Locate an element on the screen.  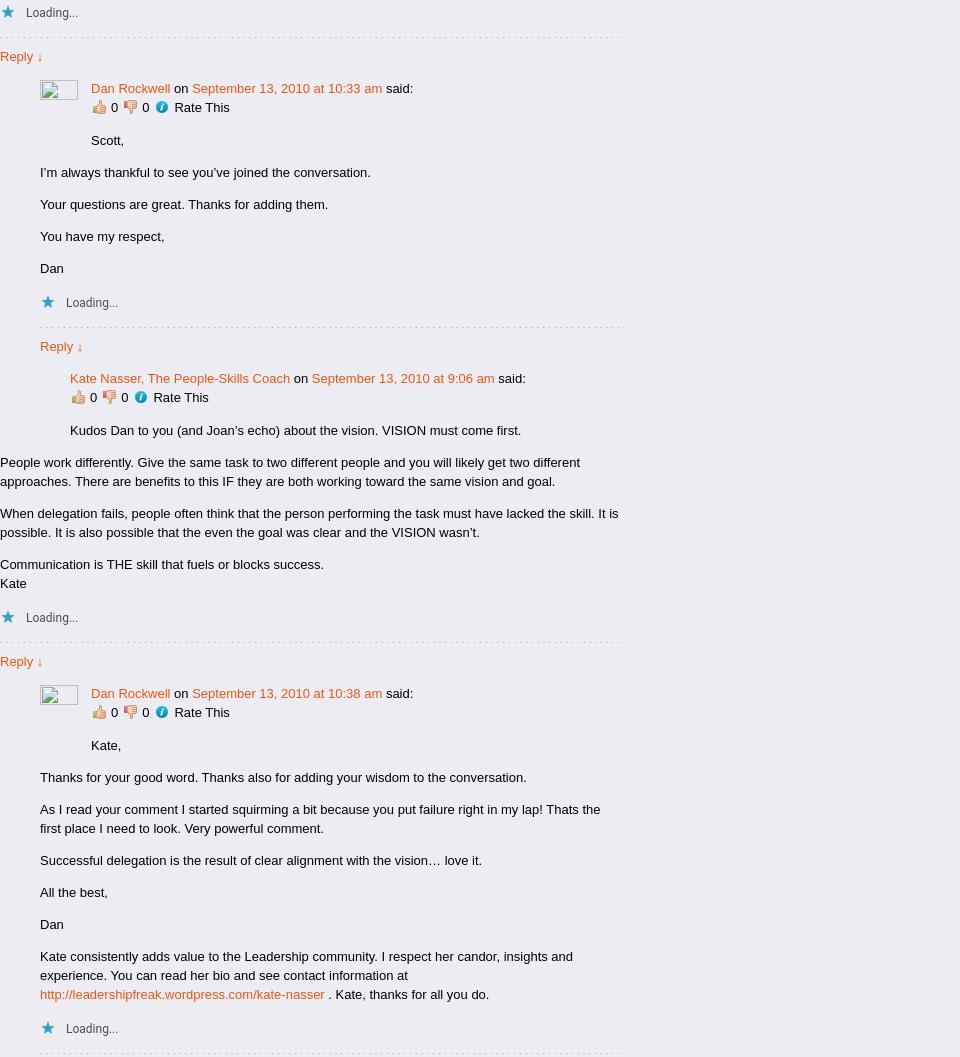
'Kate,' is located at coordinates (105, 744).